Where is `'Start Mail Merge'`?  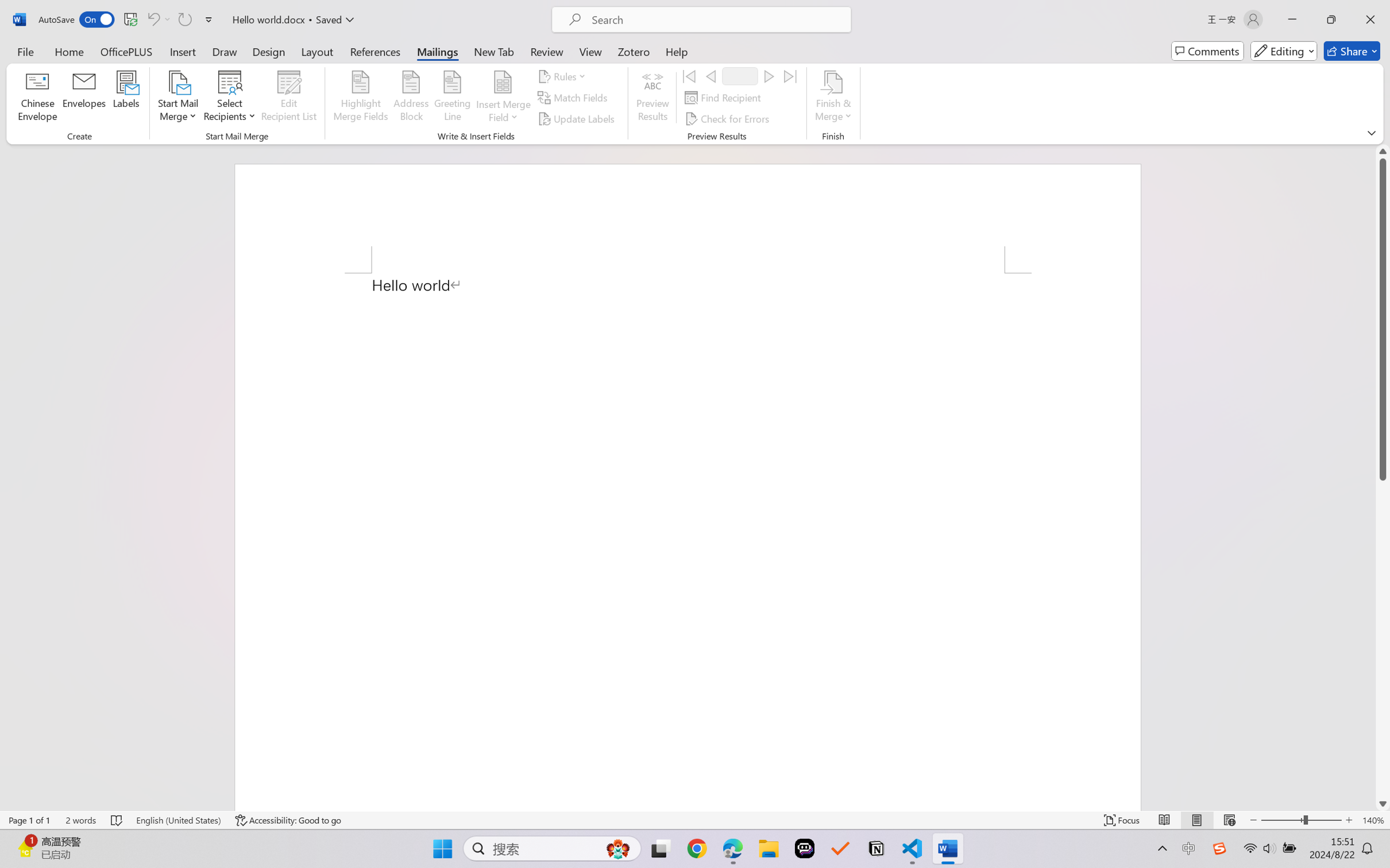
'Start Mail Merge' is located at coordinates (177, 98).